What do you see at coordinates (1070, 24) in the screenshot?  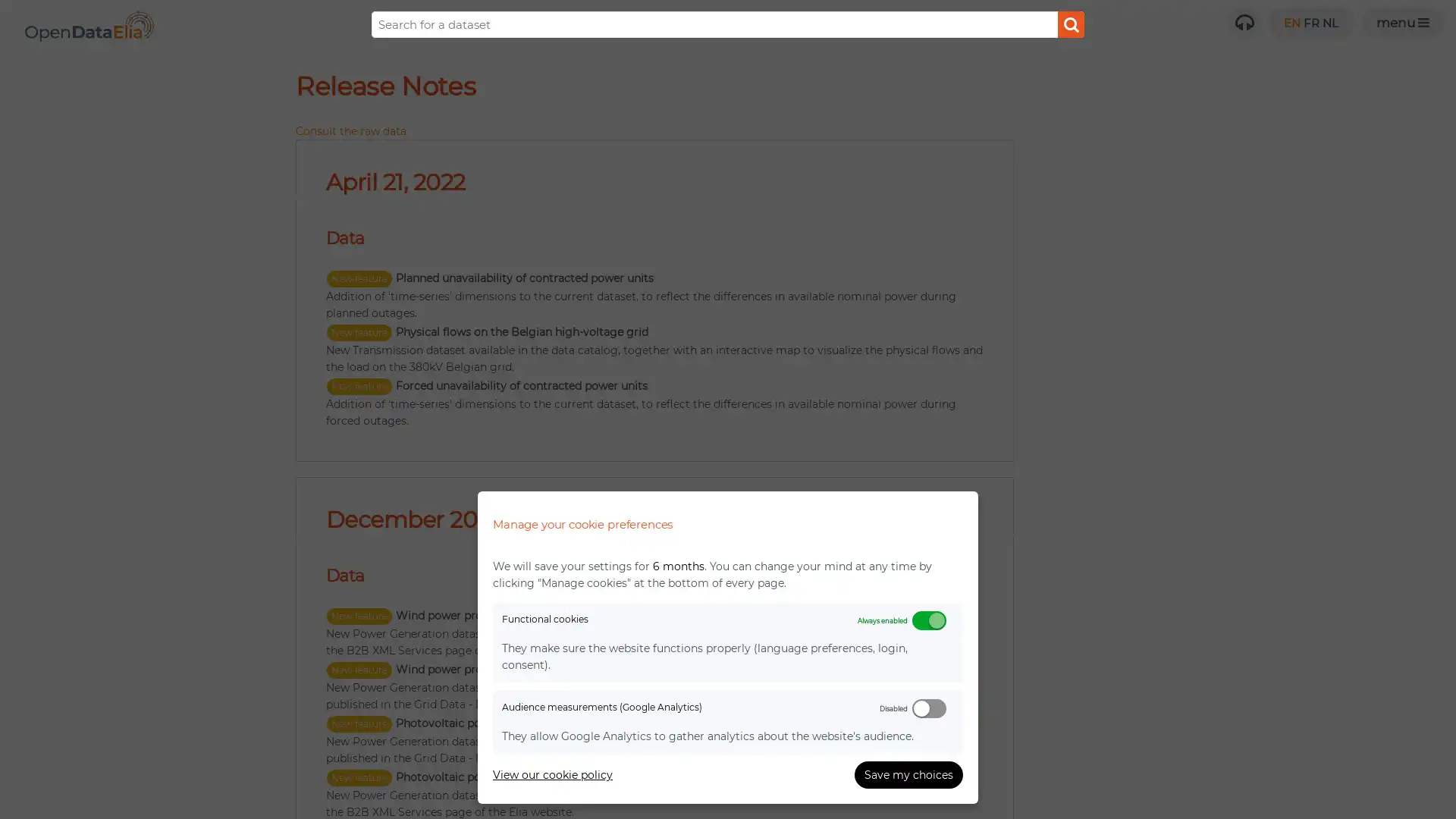 I see `Submit` at bounding box center [1070, 24].